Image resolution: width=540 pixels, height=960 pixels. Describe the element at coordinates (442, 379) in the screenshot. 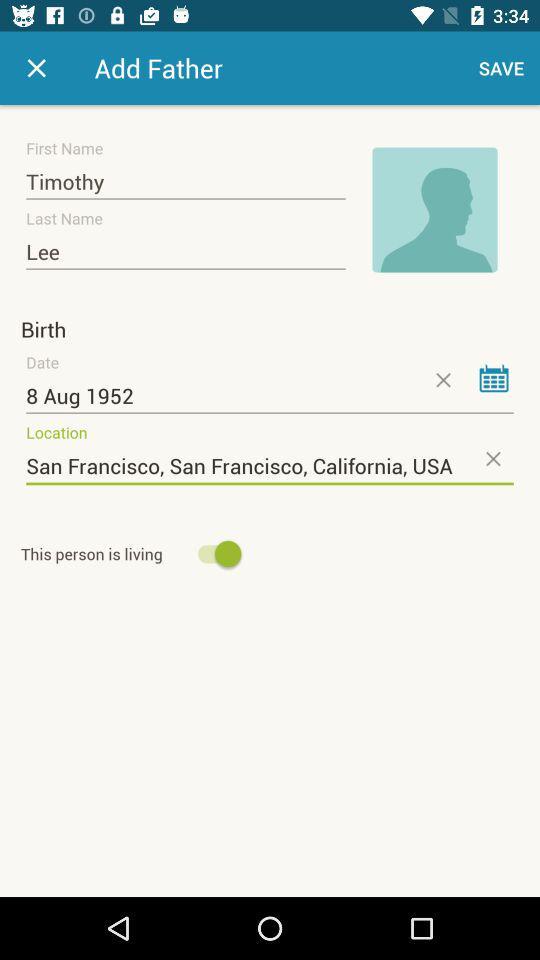

I see `delete` at that location.